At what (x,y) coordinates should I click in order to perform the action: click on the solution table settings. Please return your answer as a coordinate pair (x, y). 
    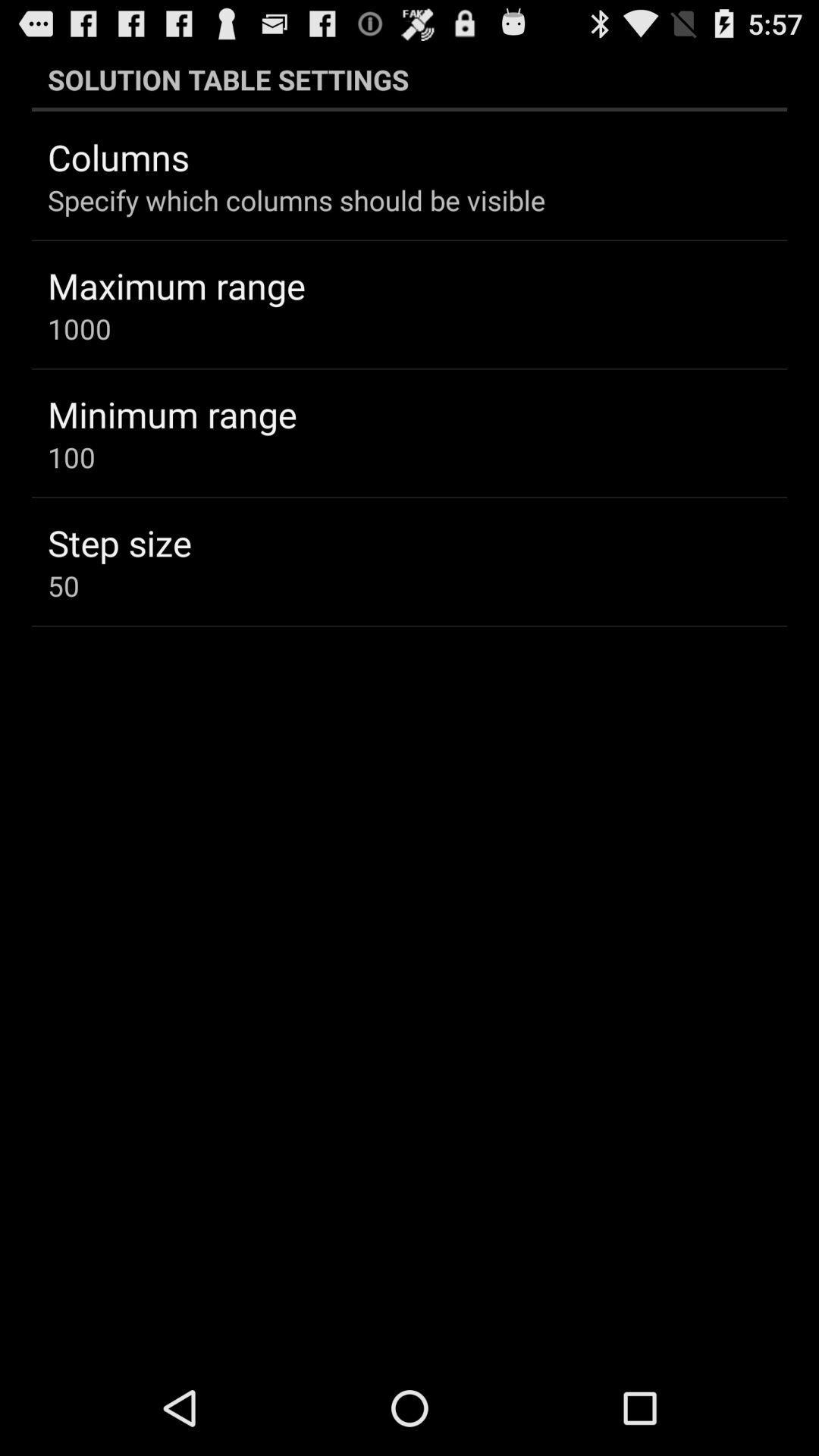
    Looking at the image, I should click on (409, 79).